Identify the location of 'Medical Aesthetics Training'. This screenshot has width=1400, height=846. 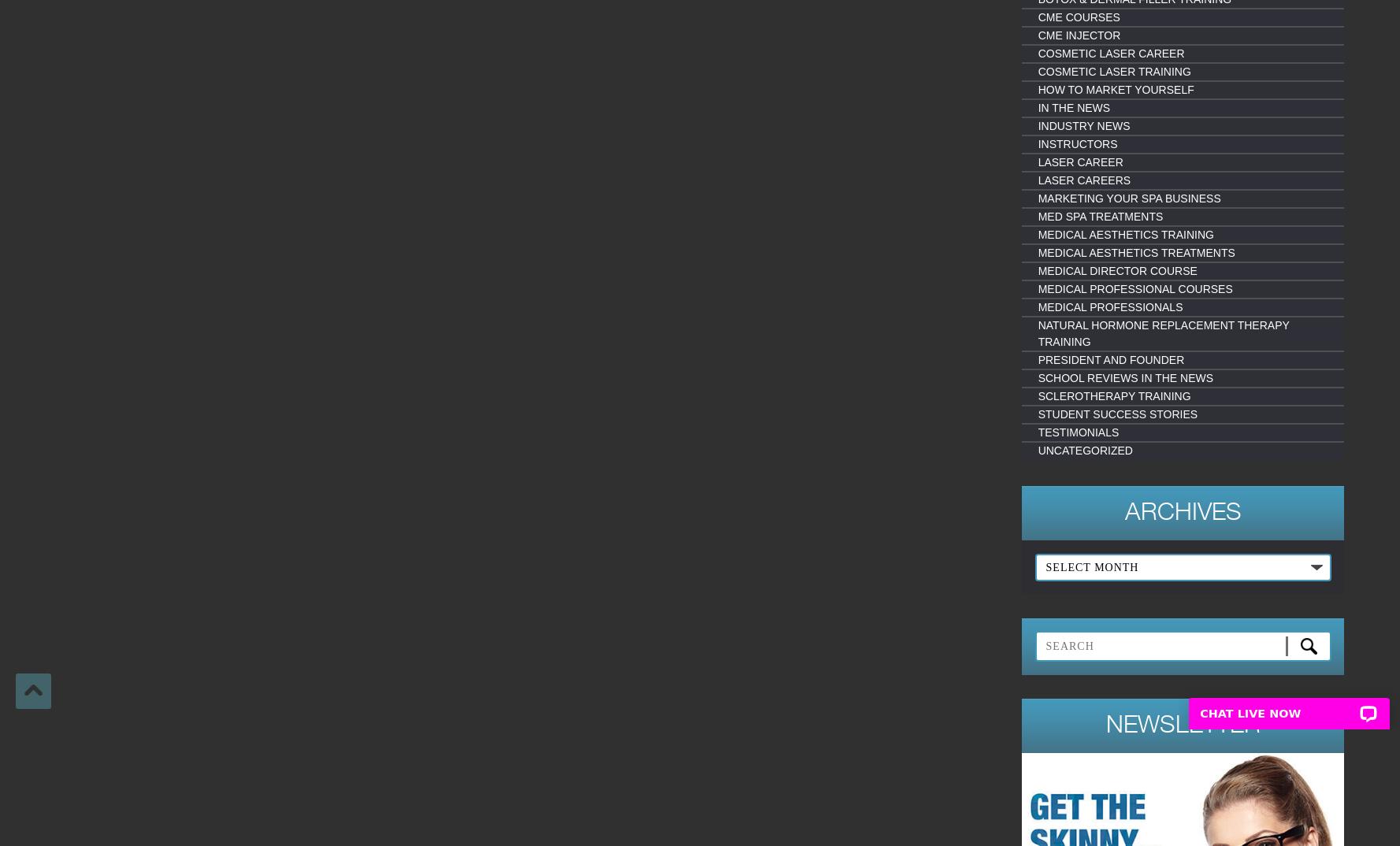
(1124, 235).